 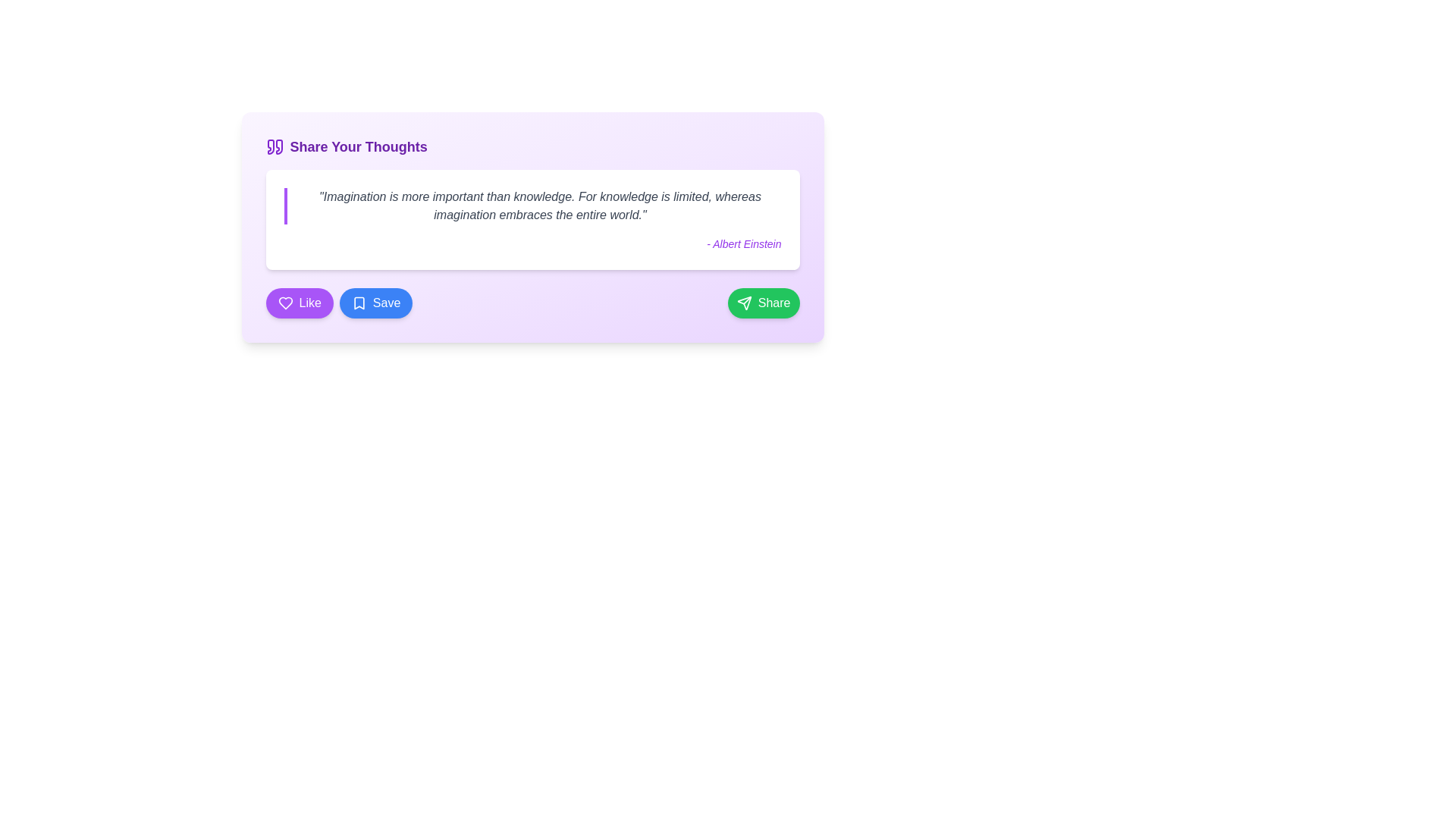 I want to click on the 'Share' button located in the bottom-right corner of the green circular button, which contains a triangular icon representing the 'Share' action to share content, so click(x=744, y=303).